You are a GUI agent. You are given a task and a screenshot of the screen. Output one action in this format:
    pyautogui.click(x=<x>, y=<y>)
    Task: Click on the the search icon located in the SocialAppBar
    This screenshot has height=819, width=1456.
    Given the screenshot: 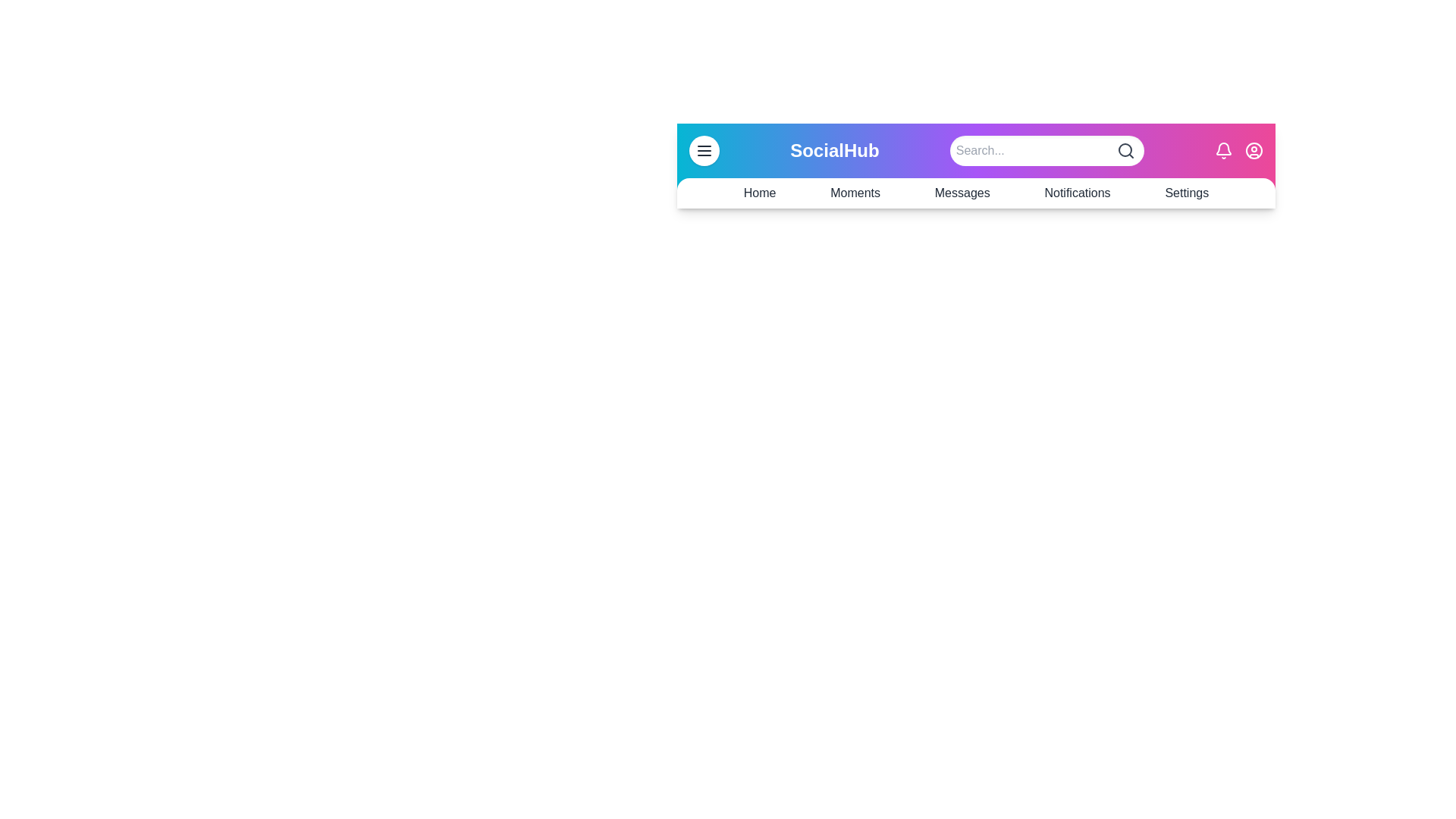 What is the action you would take?
    pyautogui.click(x=1125, y=151)
    